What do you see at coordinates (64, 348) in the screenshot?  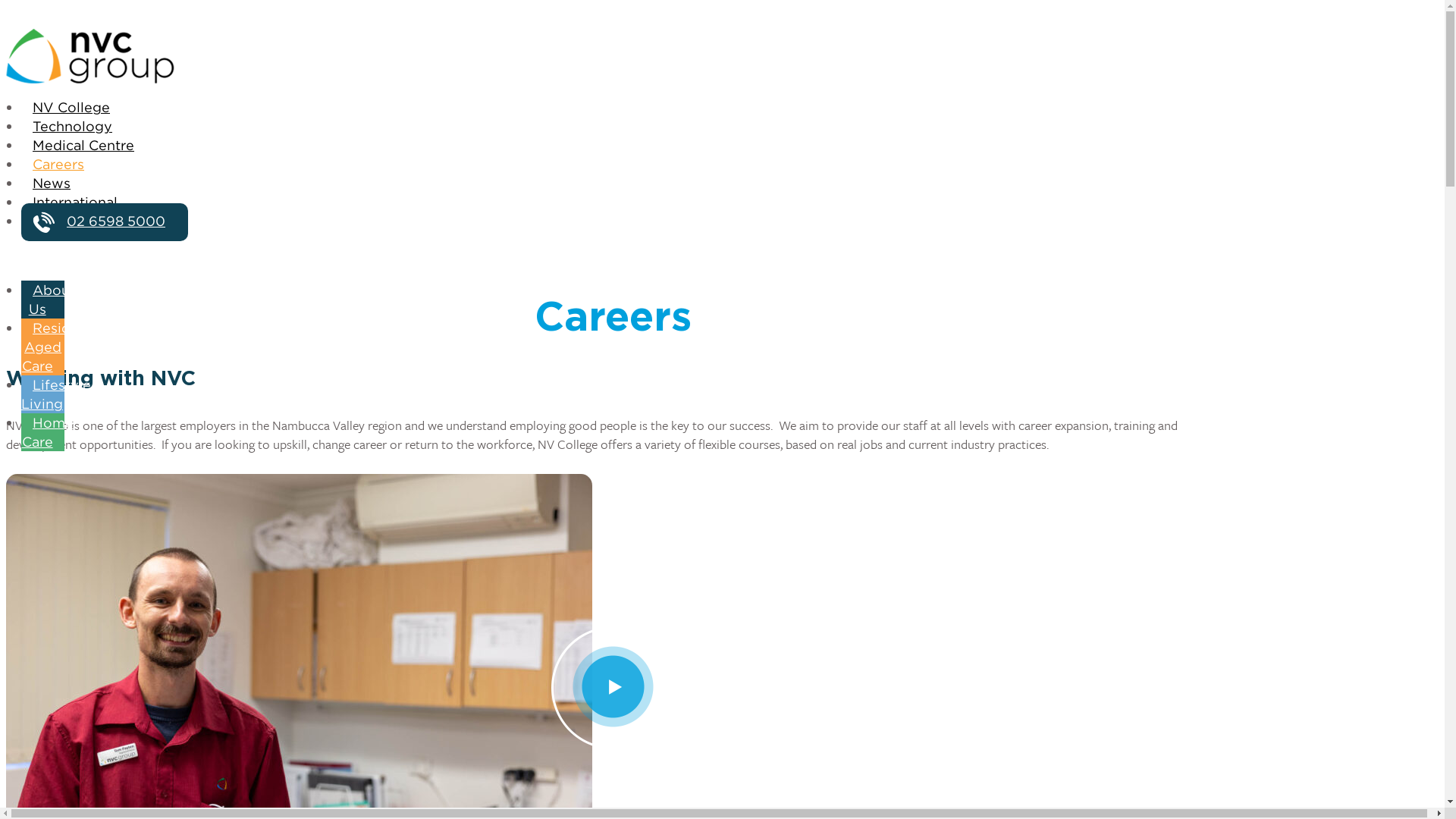 I see `'Residential Aged Care'` at bounding box center [64, 348].